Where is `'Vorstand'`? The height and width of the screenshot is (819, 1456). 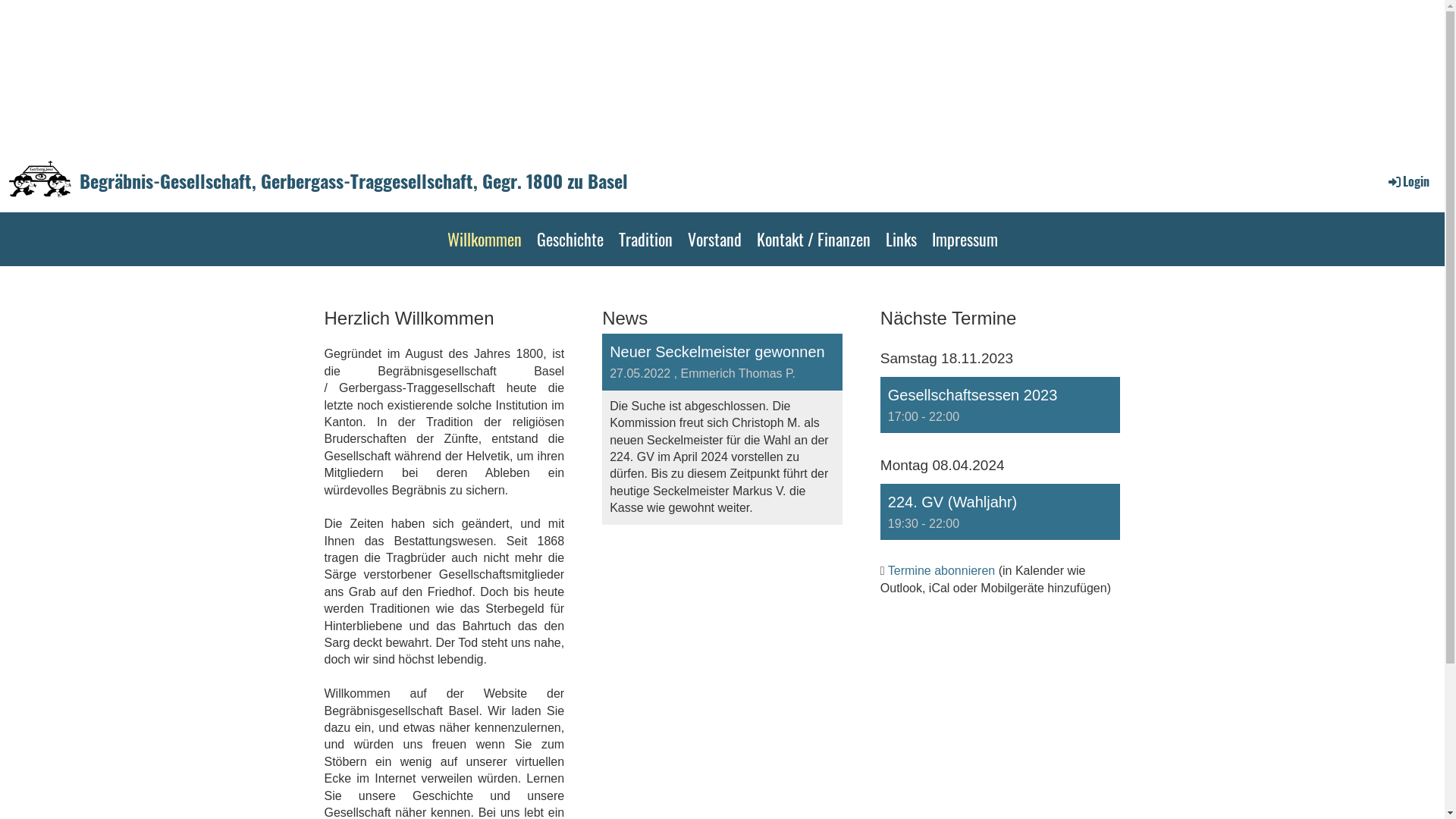
'Vorstand' is located at coordinates (713, 239).